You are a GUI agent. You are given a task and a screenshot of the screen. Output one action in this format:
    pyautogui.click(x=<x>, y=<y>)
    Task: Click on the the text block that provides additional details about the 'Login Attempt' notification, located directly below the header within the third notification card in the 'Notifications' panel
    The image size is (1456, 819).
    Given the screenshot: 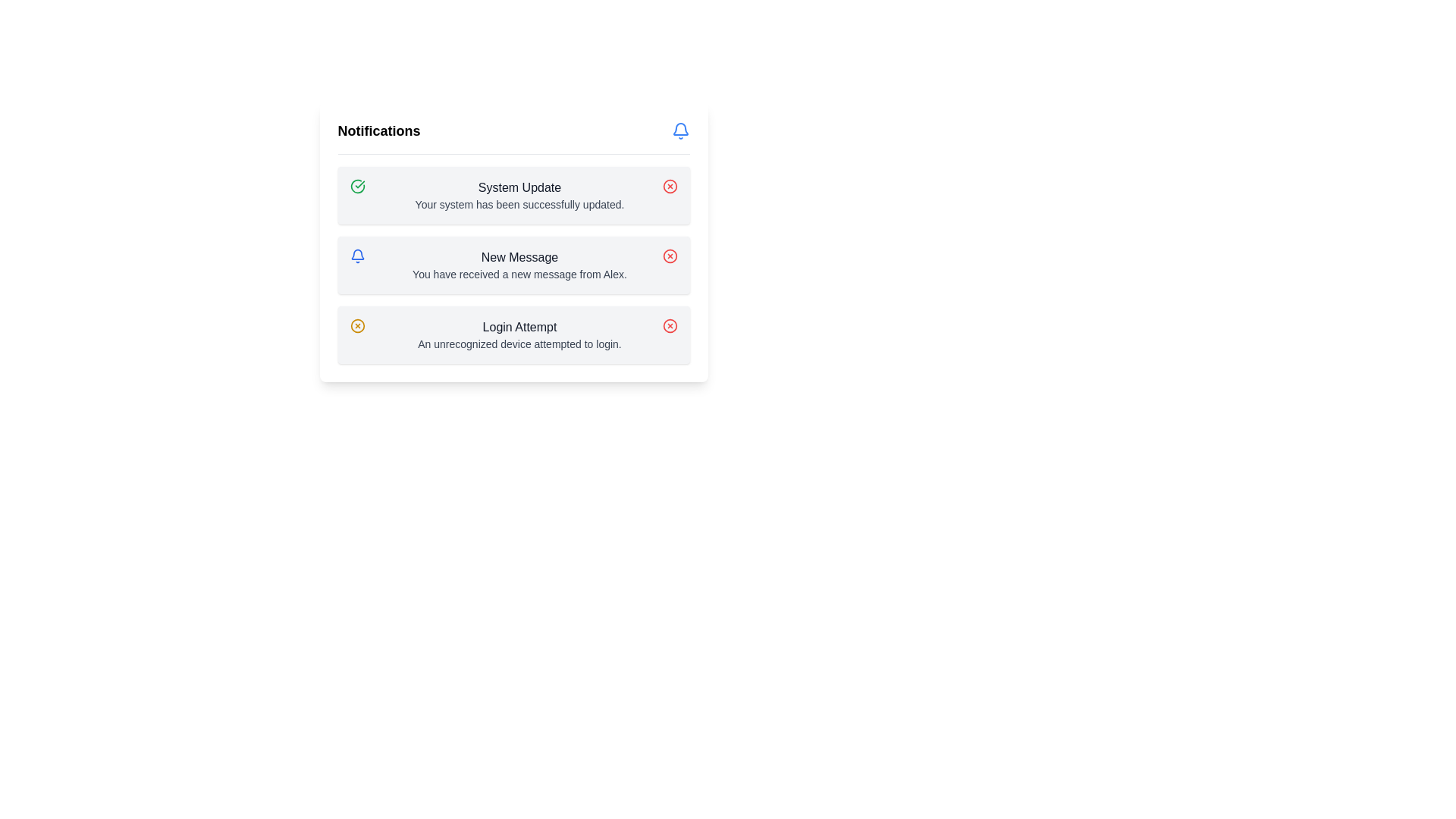 What is the action you would take?
    pyautogui.click(x=519, y=344)
    